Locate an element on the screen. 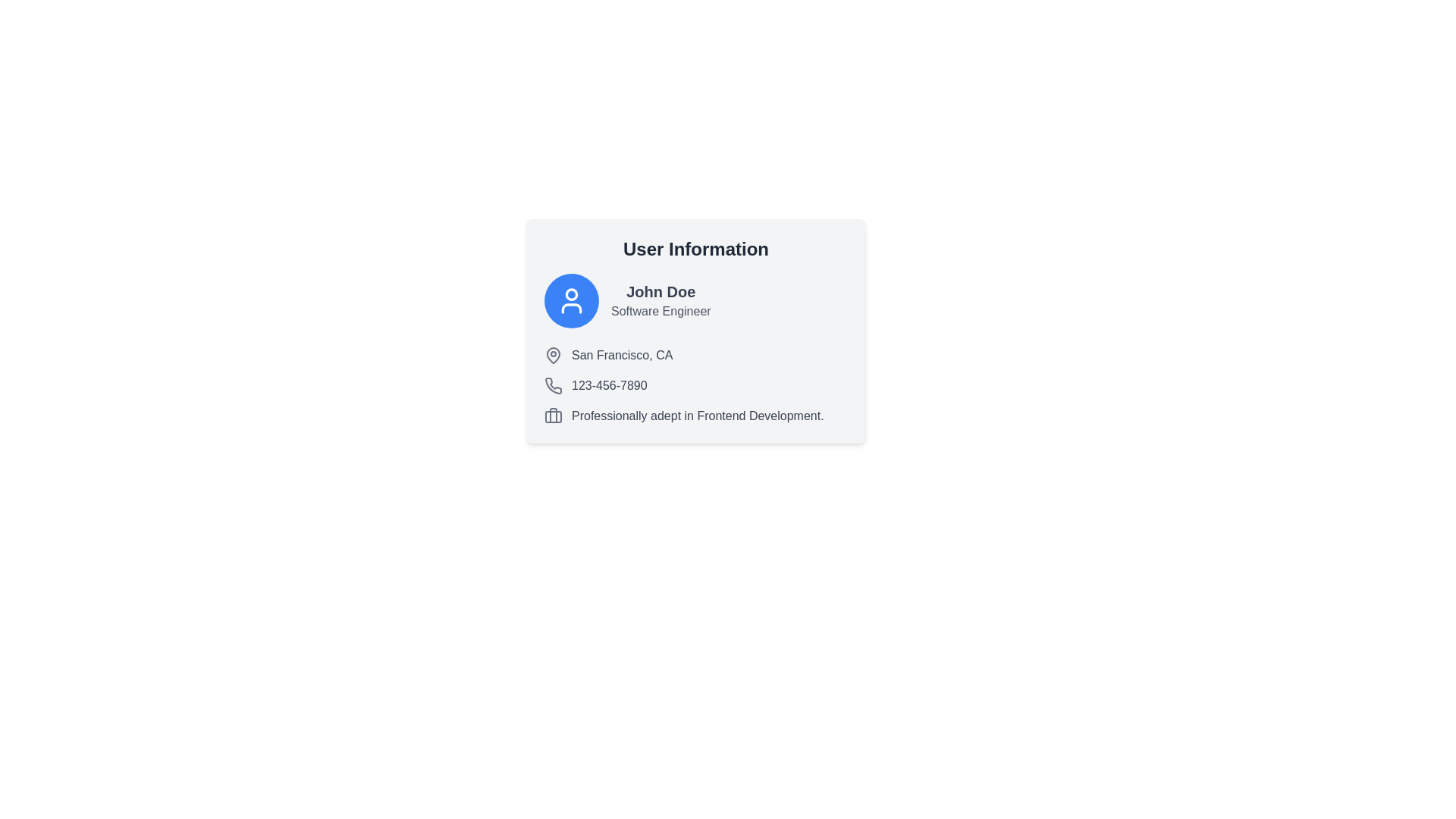 Image resolution: width=1456 pixels, height=819 pixels. the bottom rectangular part of the briefcase icon located at the lower-left corner of the user card interface is located at coordinates (552, 417).